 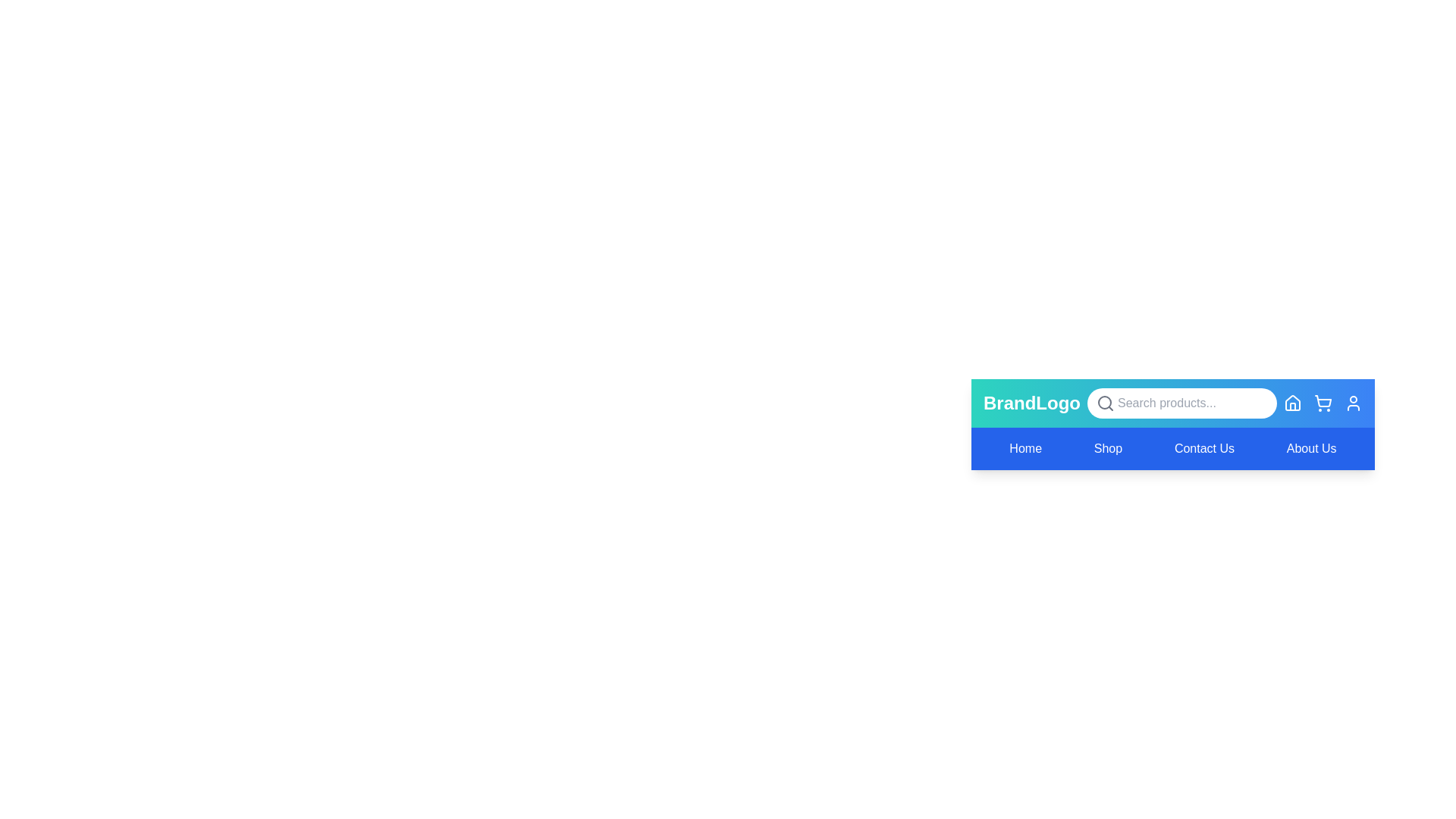 What do you see at coordinates (1203, 447) in the screenshot?
I see `the navigation menu item Contact Us` at bounding box center [1203, 447].